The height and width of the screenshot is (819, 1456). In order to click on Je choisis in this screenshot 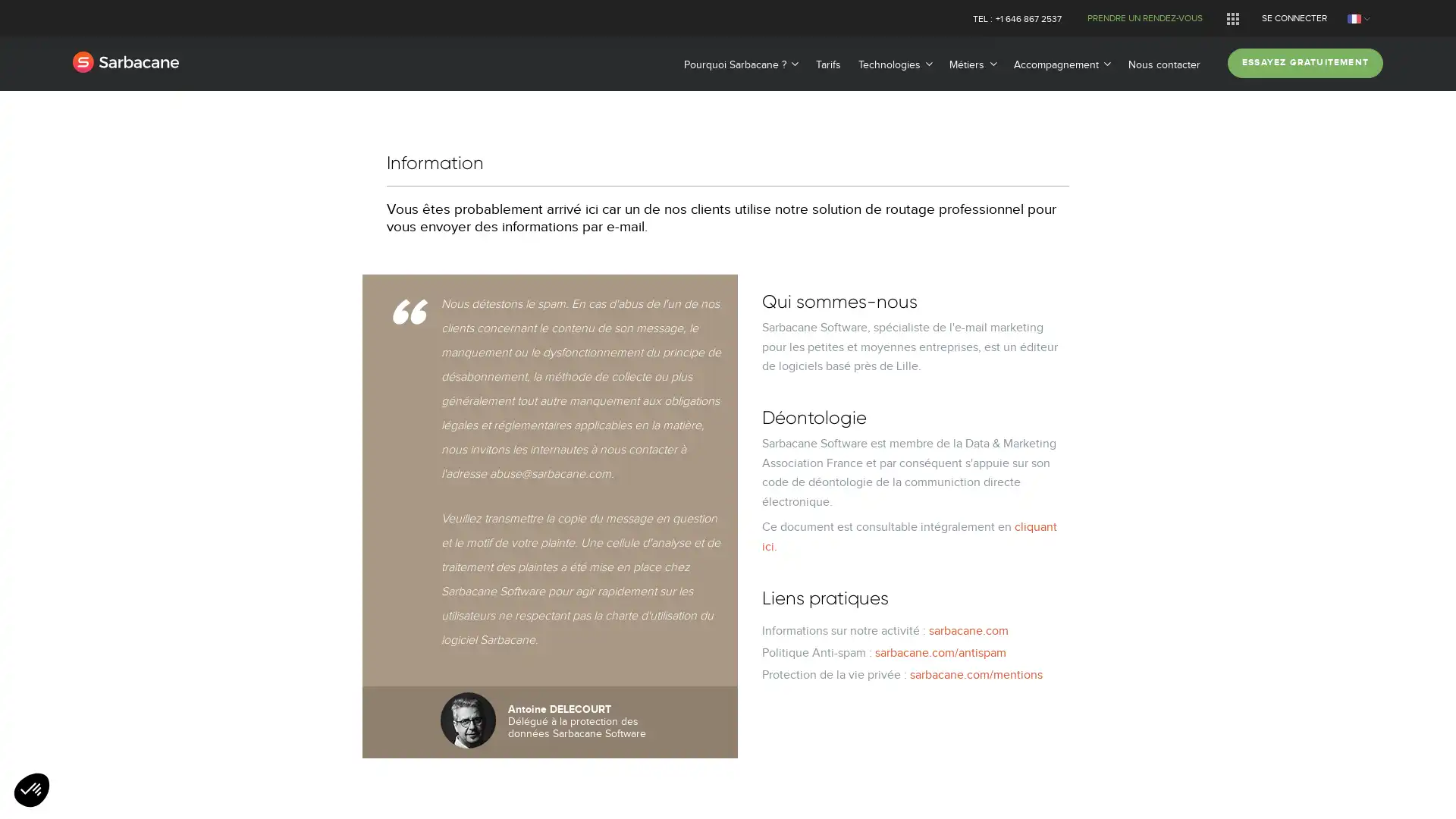, I will do `click(728, 513)`.